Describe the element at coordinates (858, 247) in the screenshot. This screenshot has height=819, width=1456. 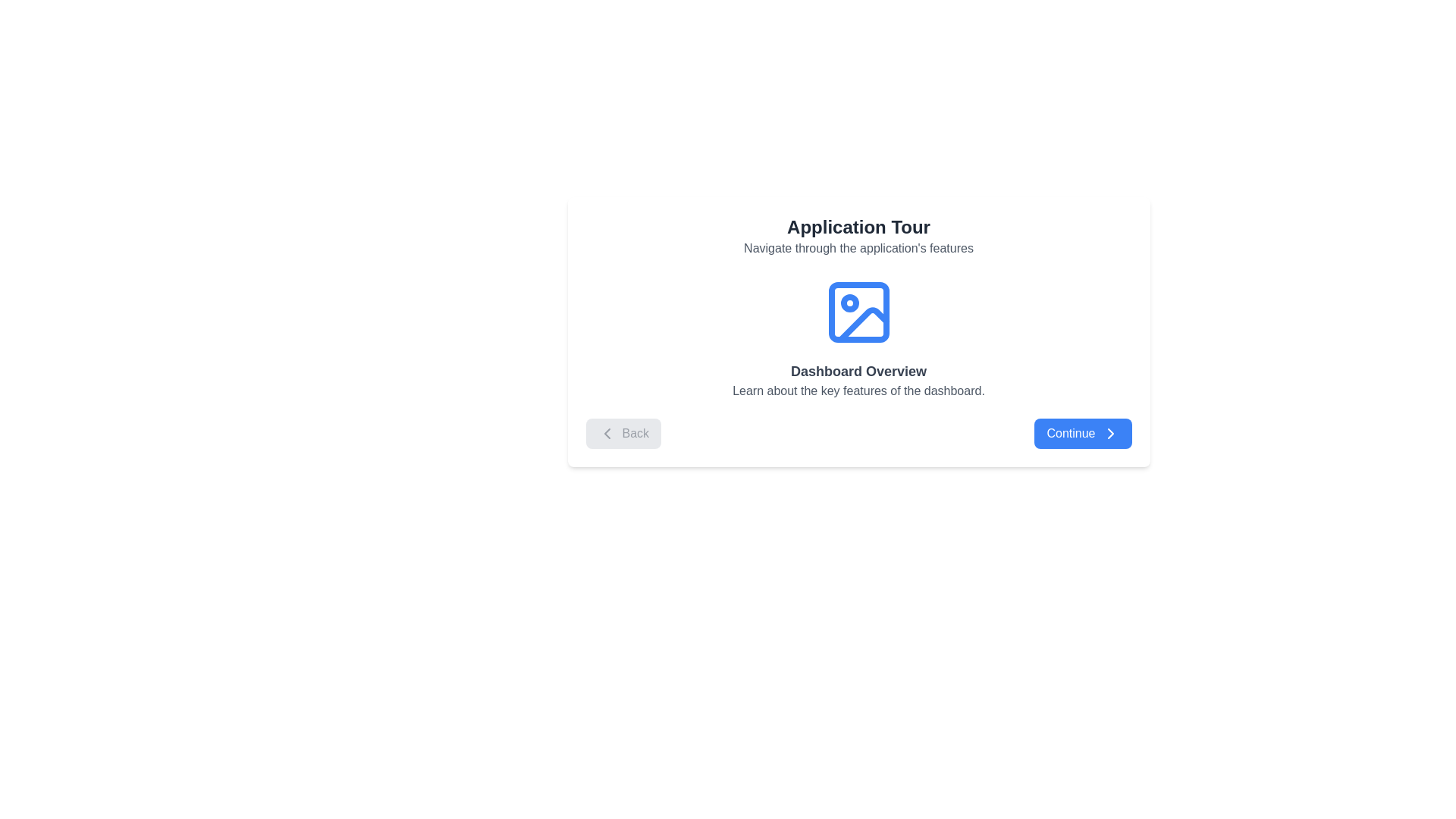
I see `the informational text element that provides supplementary information related to the headline 'Application Tour'` at that location.